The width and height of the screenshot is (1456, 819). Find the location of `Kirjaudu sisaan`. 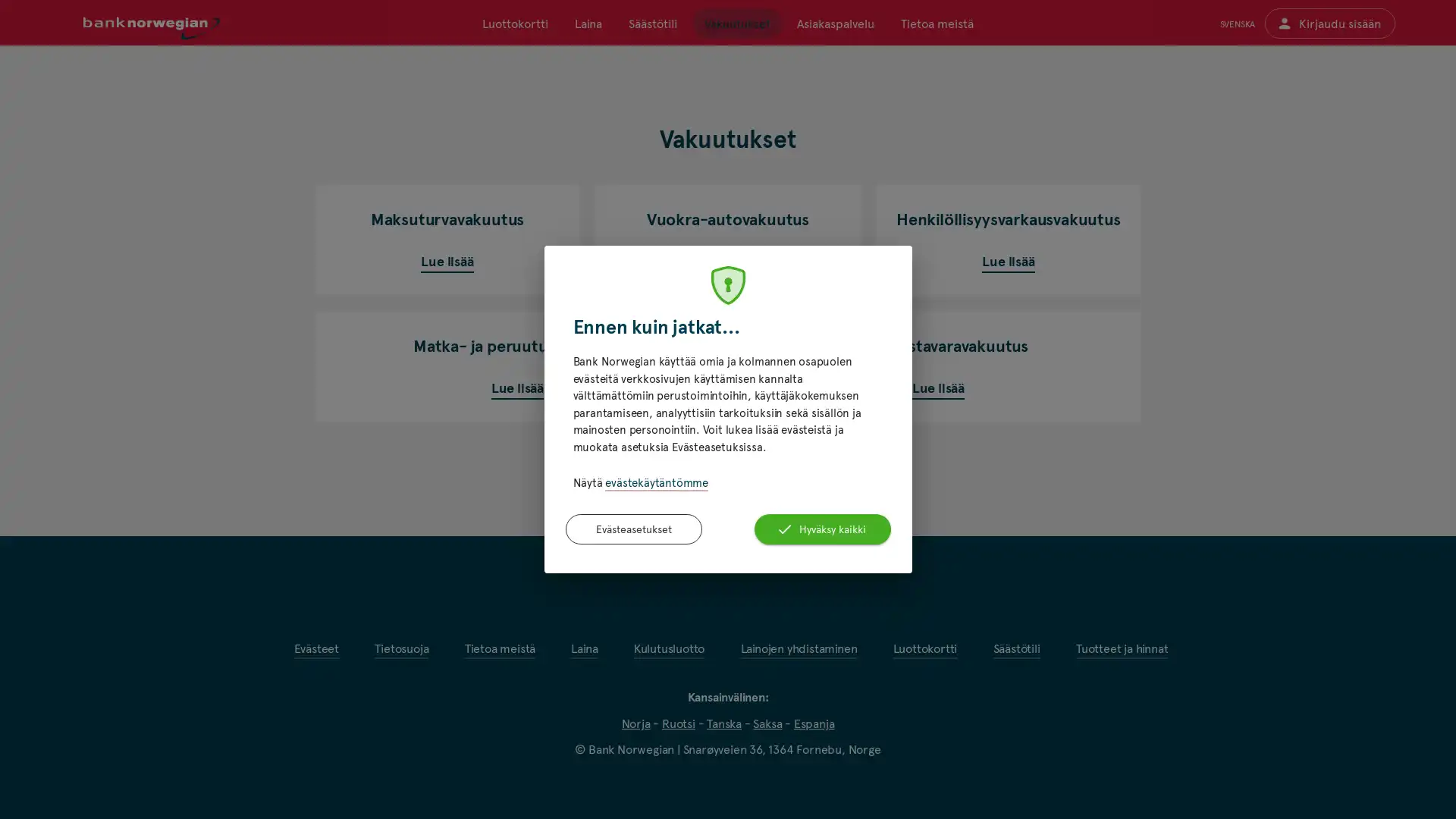

Kirjaudu sisaan is located at coordinates (1329, 23).